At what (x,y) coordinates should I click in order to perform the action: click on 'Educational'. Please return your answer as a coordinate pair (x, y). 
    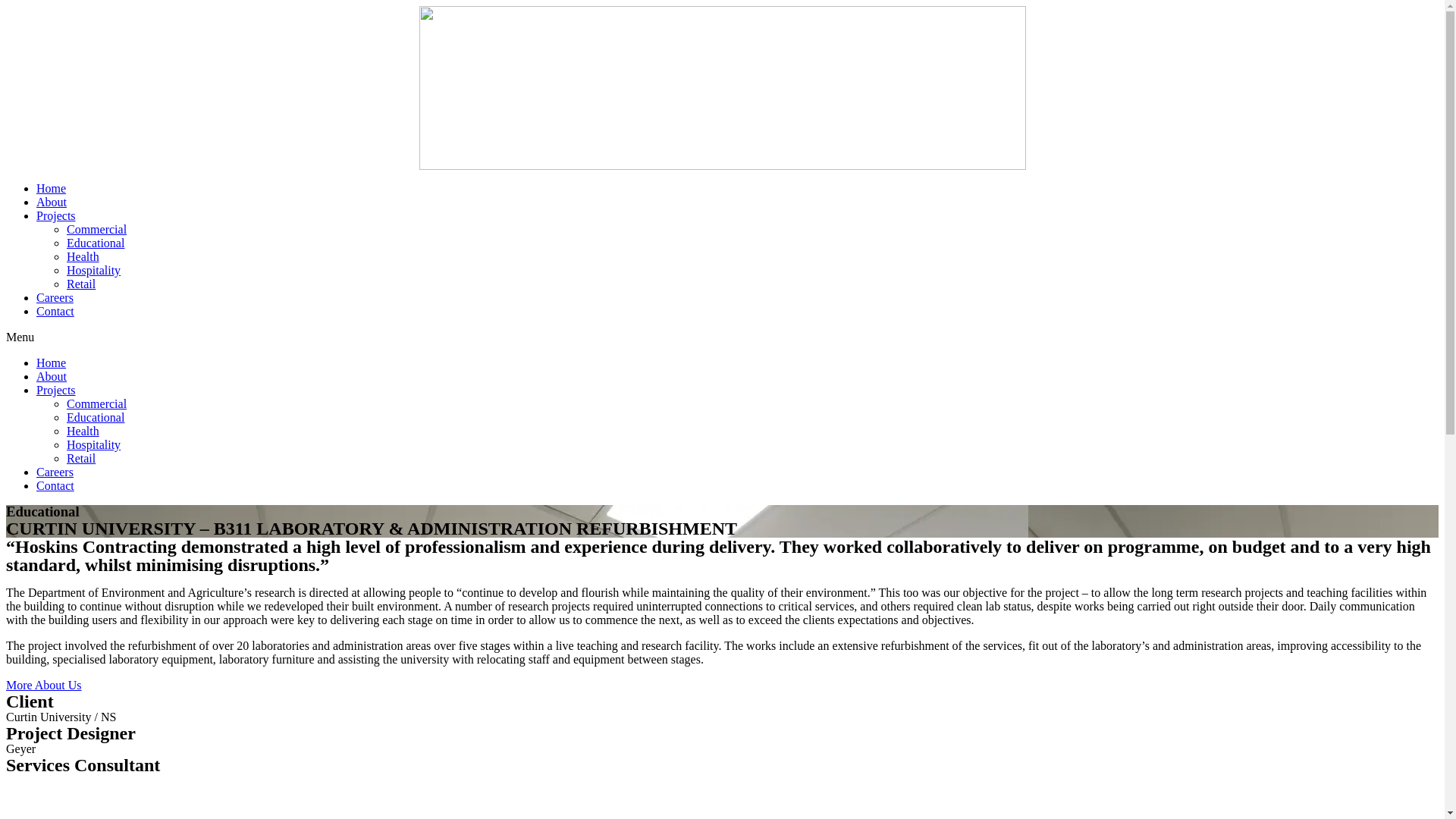
    Looking at the image, I should click on (94, 242).